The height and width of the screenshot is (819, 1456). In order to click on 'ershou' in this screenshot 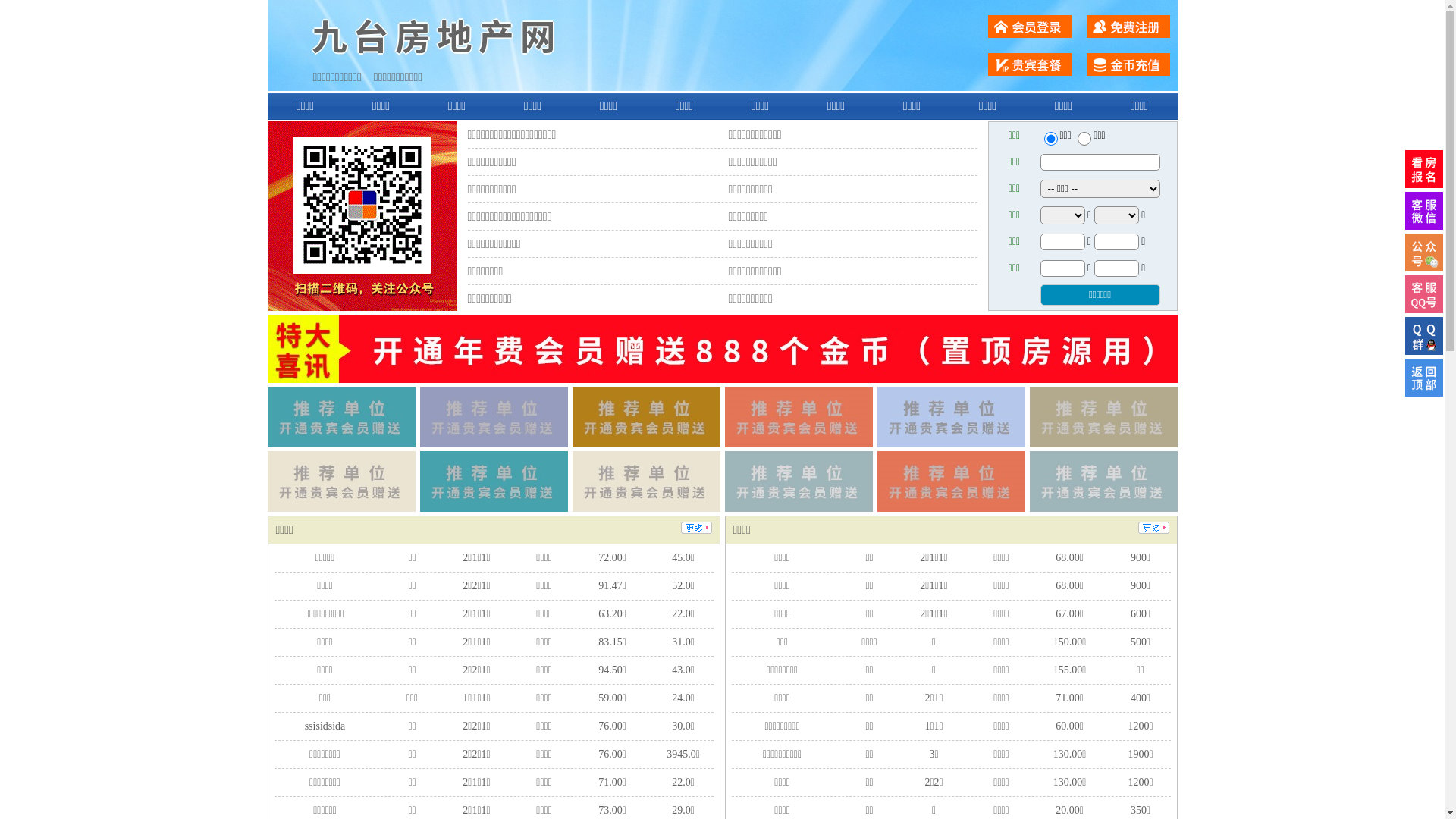, I will do `click(1050, 138)`.